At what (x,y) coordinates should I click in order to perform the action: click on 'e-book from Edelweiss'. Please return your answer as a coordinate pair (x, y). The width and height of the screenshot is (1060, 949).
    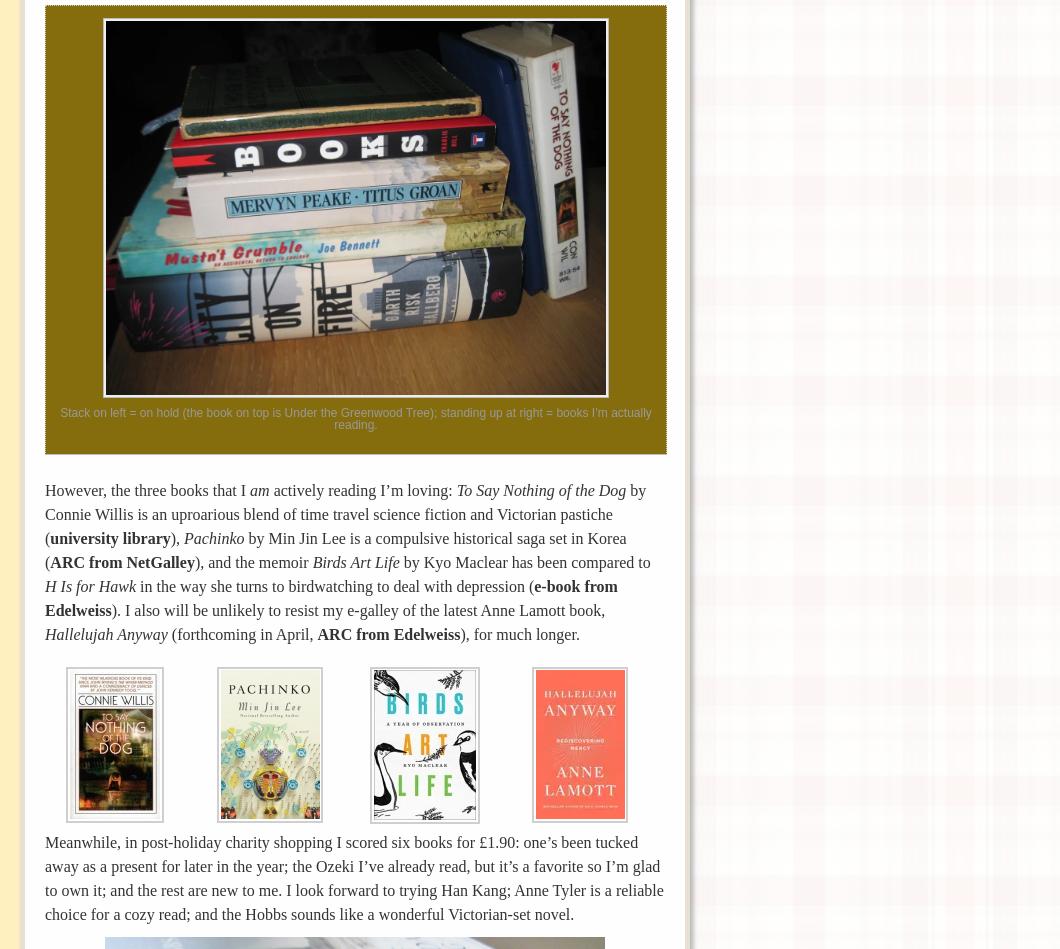
    Looking at the image, I should click on (331, 596).